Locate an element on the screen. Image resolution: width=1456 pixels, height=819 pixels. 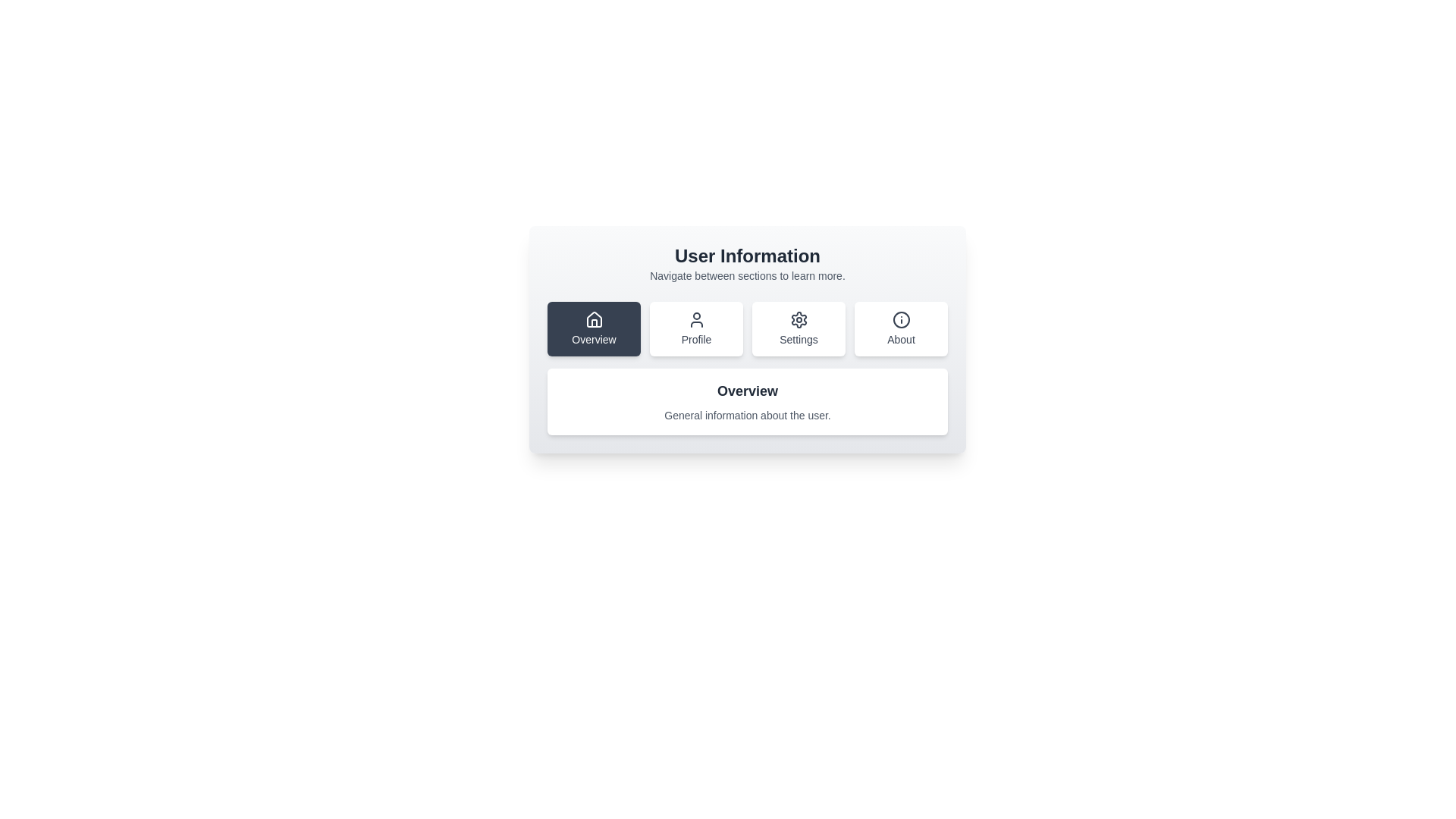
any navigation button within the 'User Information' section is located at coordinates (747, 338).